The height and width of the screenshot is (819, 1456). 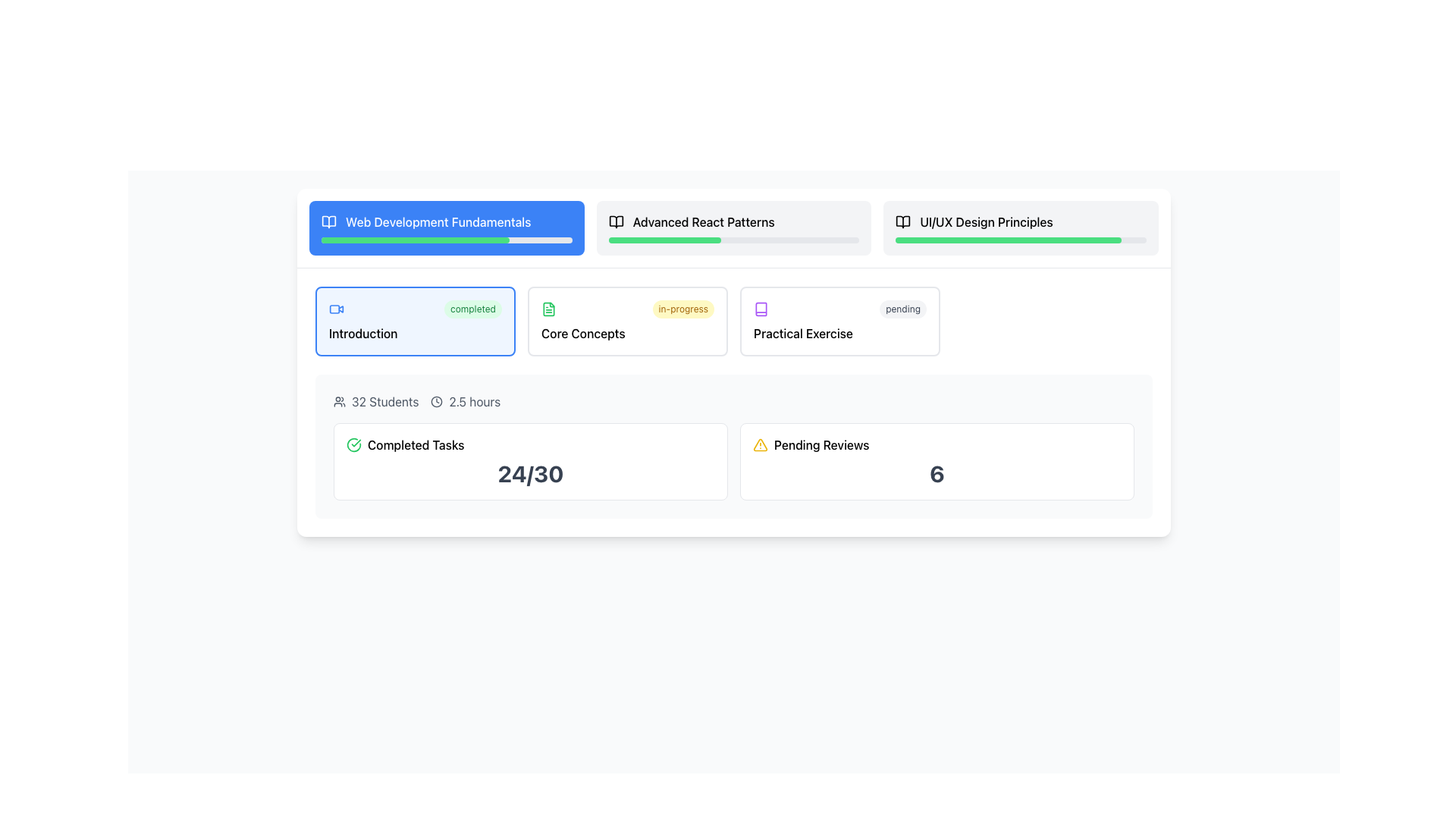 I want to click on the status indicator text label displaying 'pending', located to the right of the purple book icon in the 'Practical Exercise' box, so click(x=903, y=309).